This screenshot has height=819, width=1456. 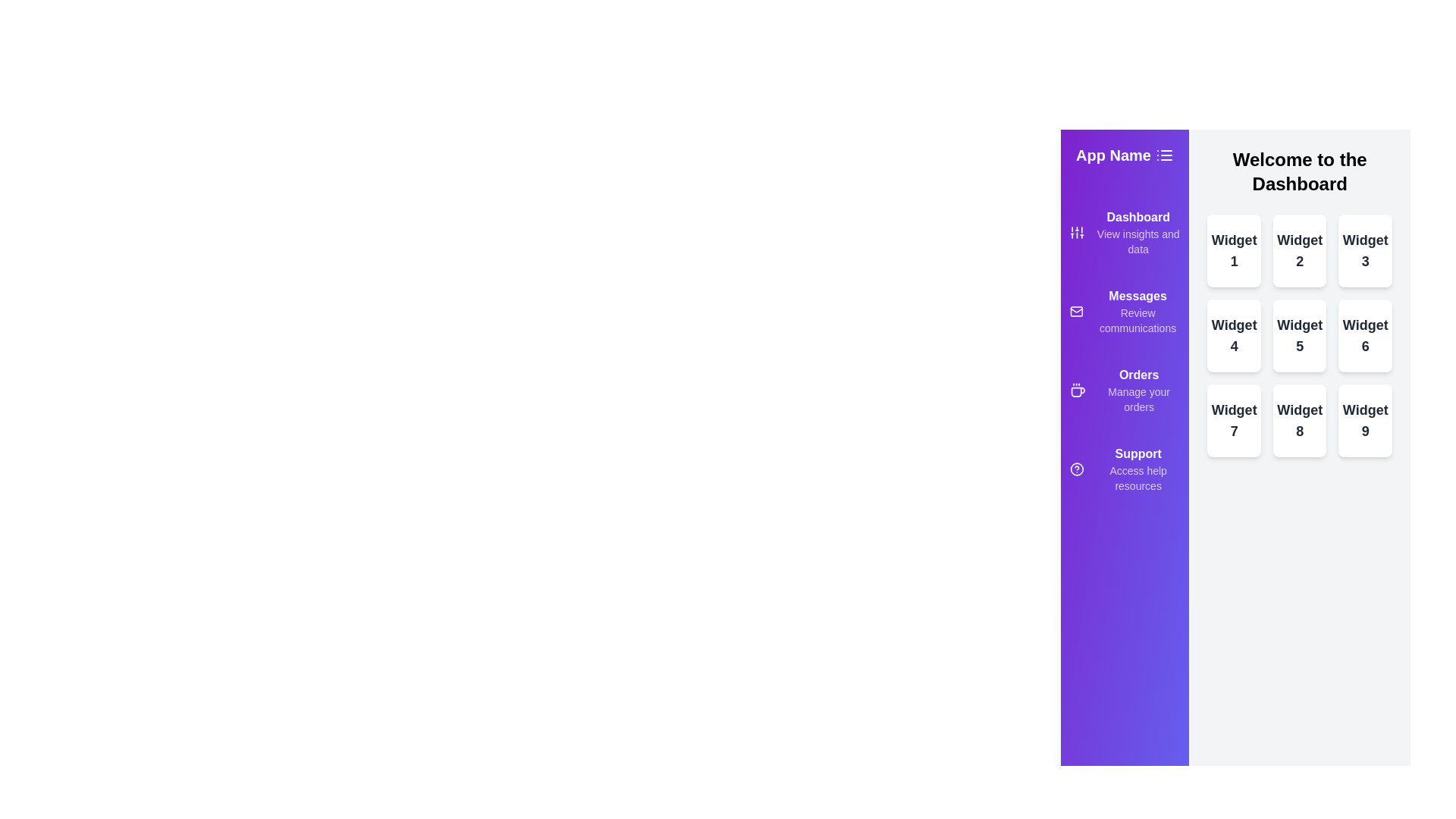 I want to click on the toggle button in the drawer header to toggle its visibility, so click(x=1164, y=155).